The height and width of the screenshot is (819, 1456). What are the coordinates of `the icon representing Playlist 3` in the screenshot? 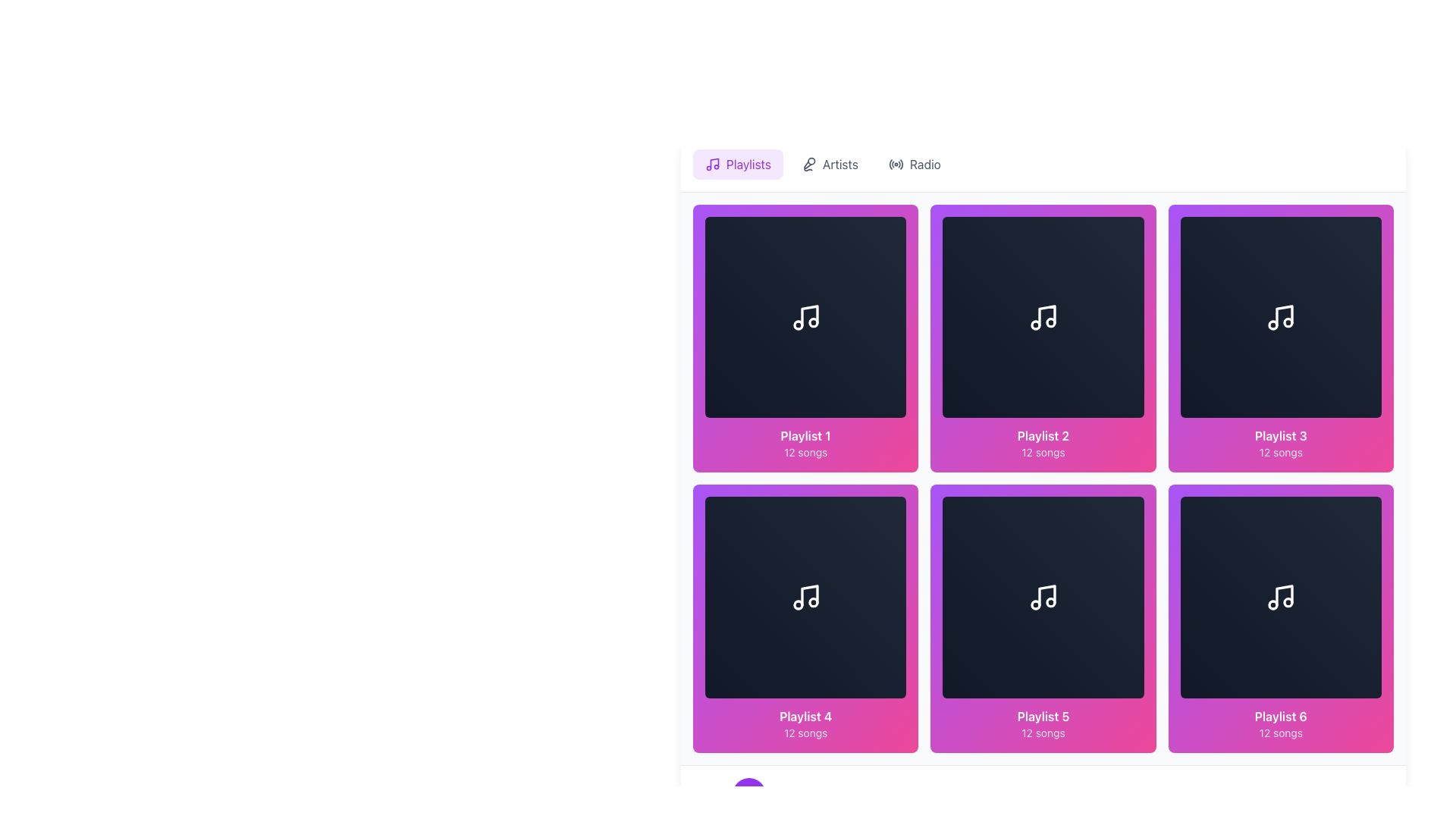 It's located at (1280, 316).